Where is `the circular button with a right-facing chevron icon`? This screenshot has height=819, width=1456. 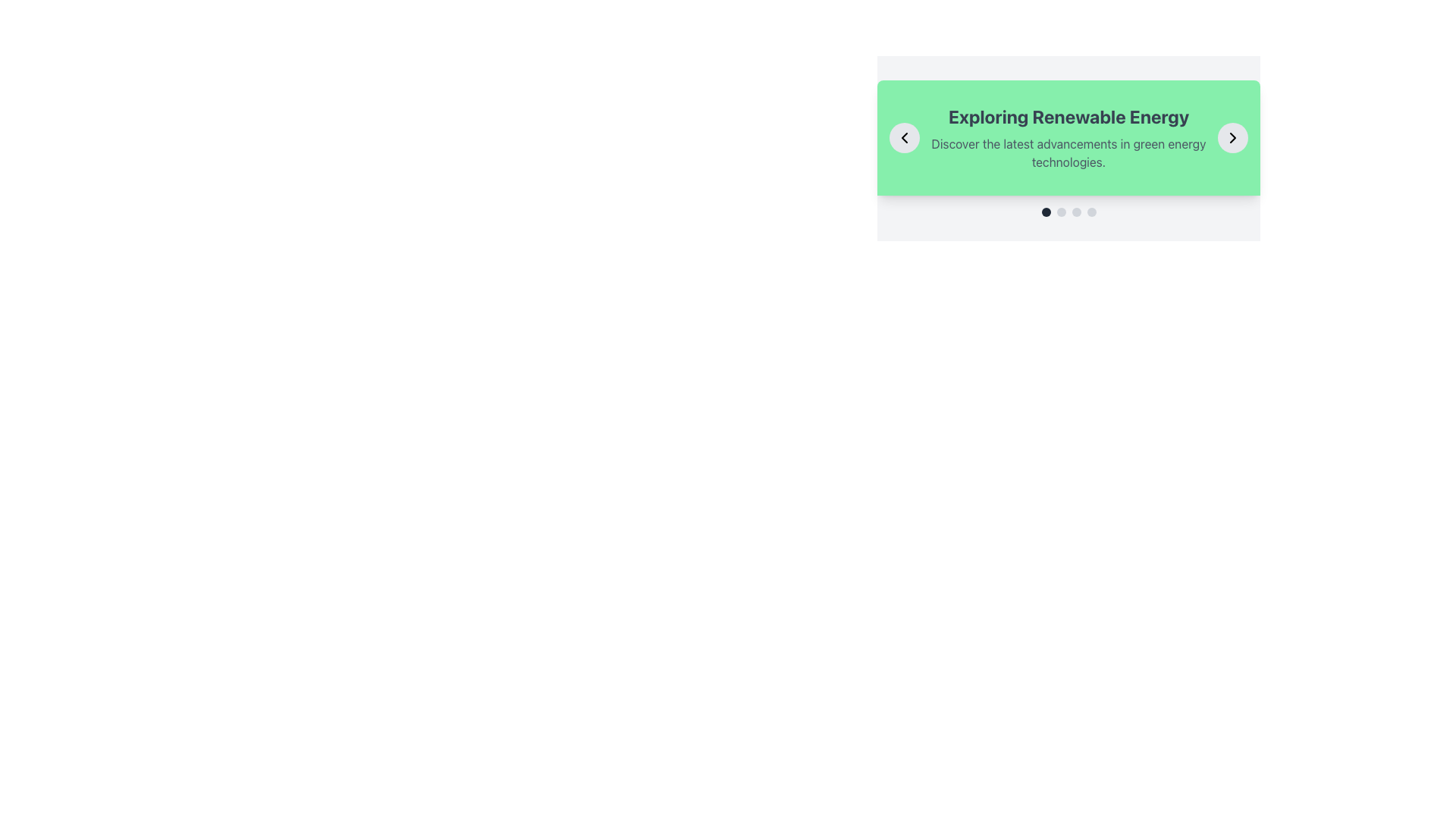
the circular button with a right-facing chevron icon is located at coordinates (1233, 137).